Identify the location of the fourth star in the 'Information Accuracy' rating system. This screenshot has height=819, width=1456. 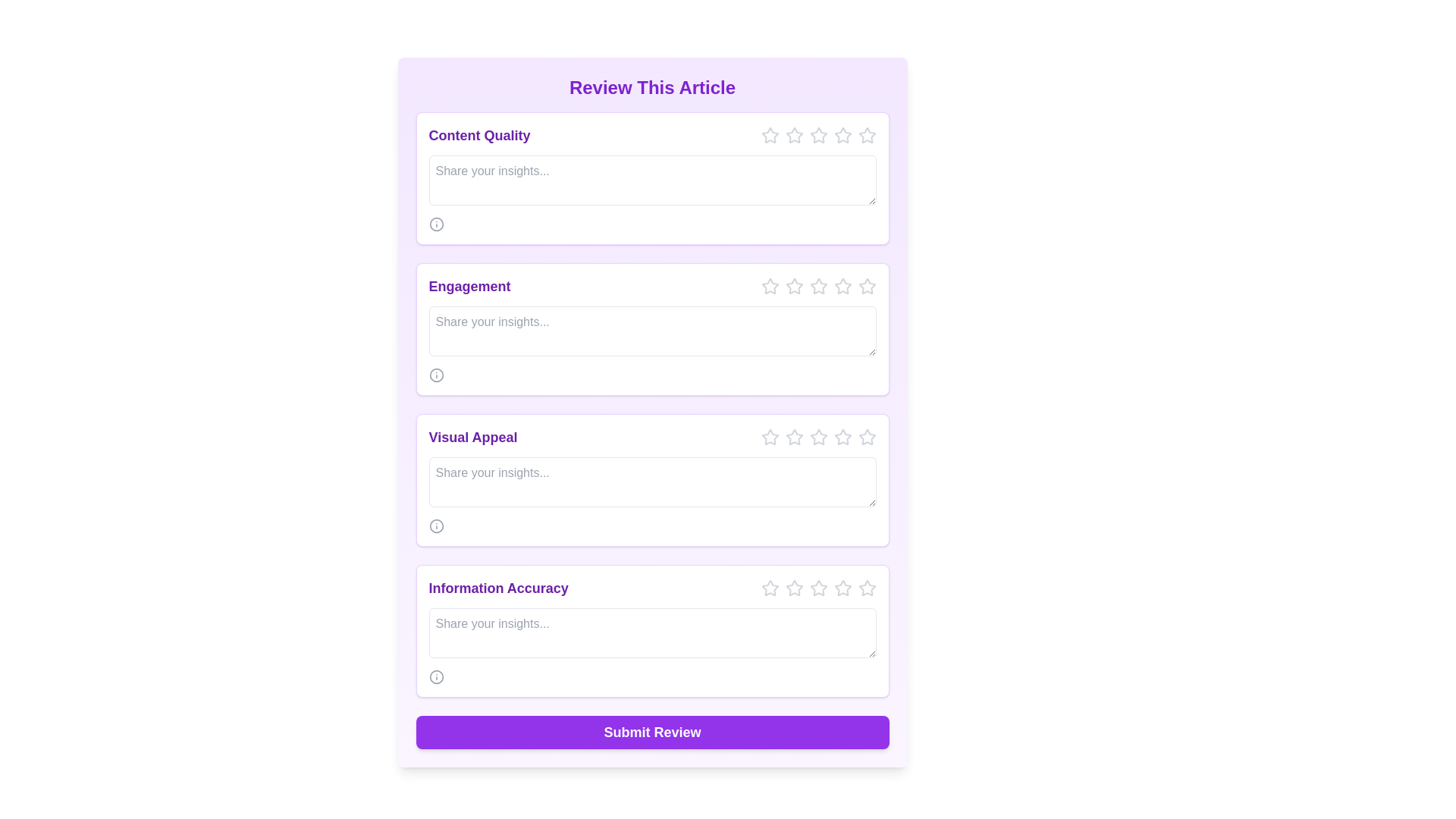
(817, 587).